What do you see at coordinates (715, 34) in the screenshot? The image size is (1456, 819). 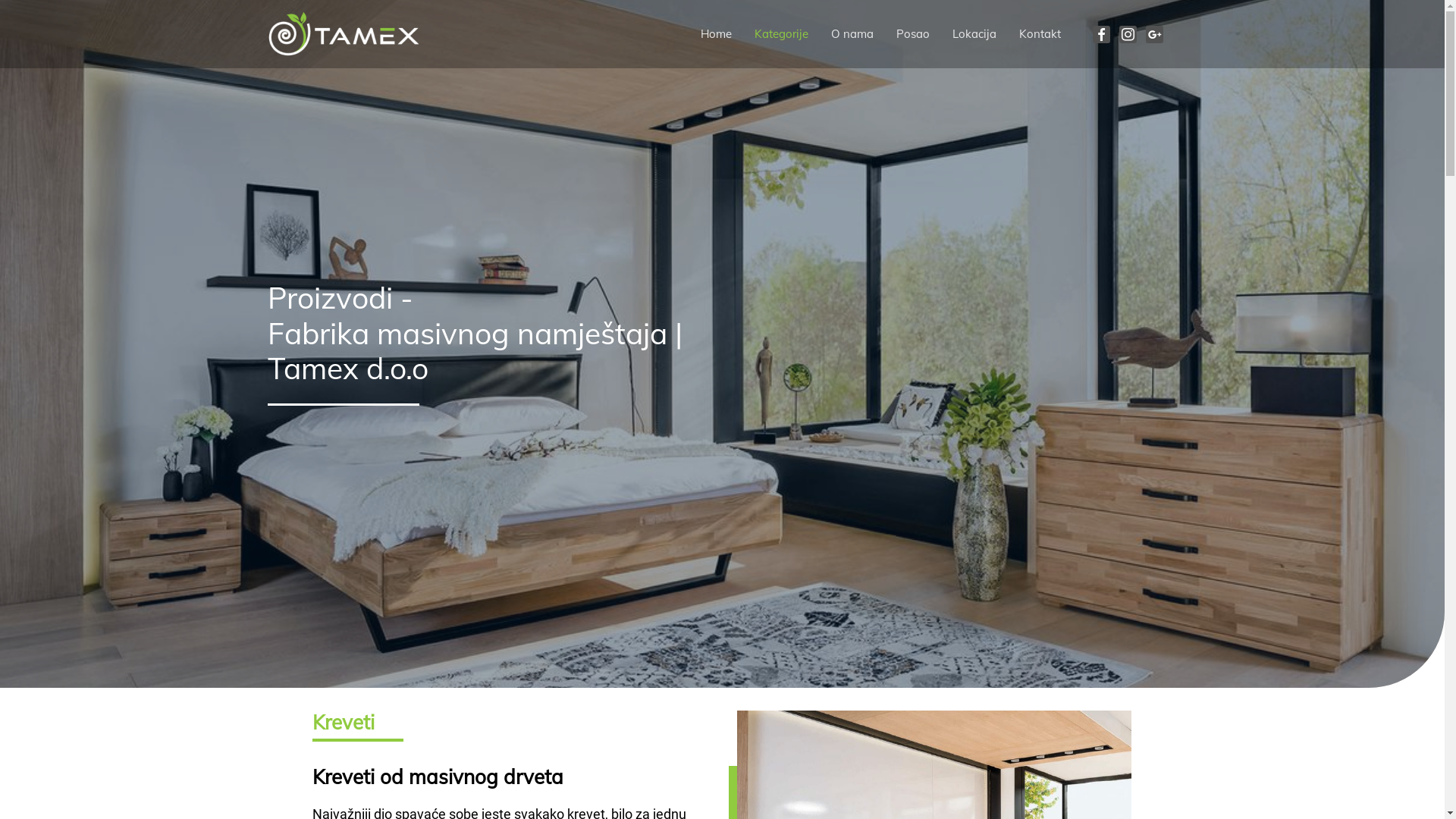 I see `'Home'` at bounding box center [715, 34].